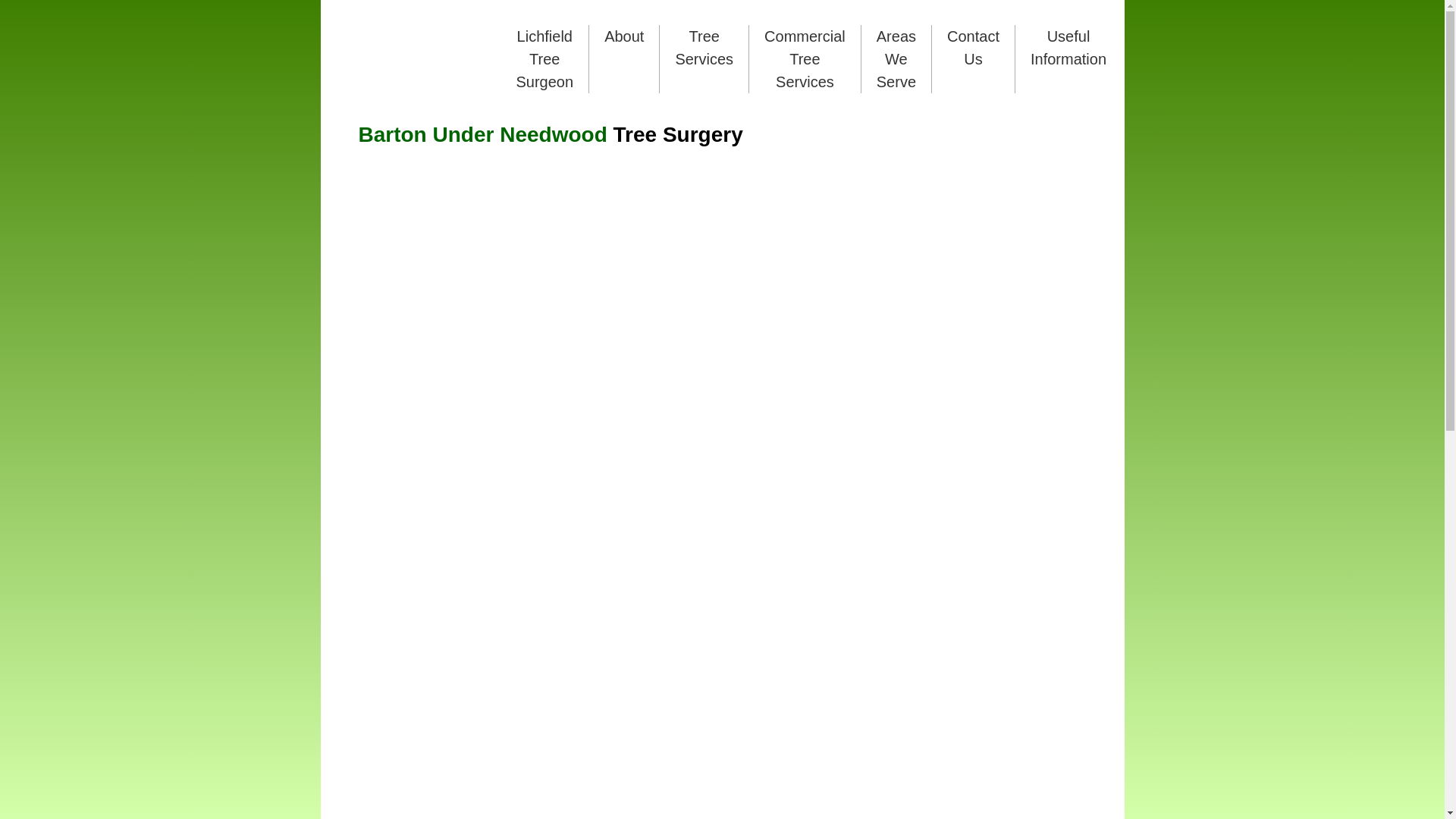 The height and width of the screenshot is (819, 1456). What do you see at coordinates (703, 46) in the screenshot?
I see `'Tree Services'` at bounding box center [703, 46].